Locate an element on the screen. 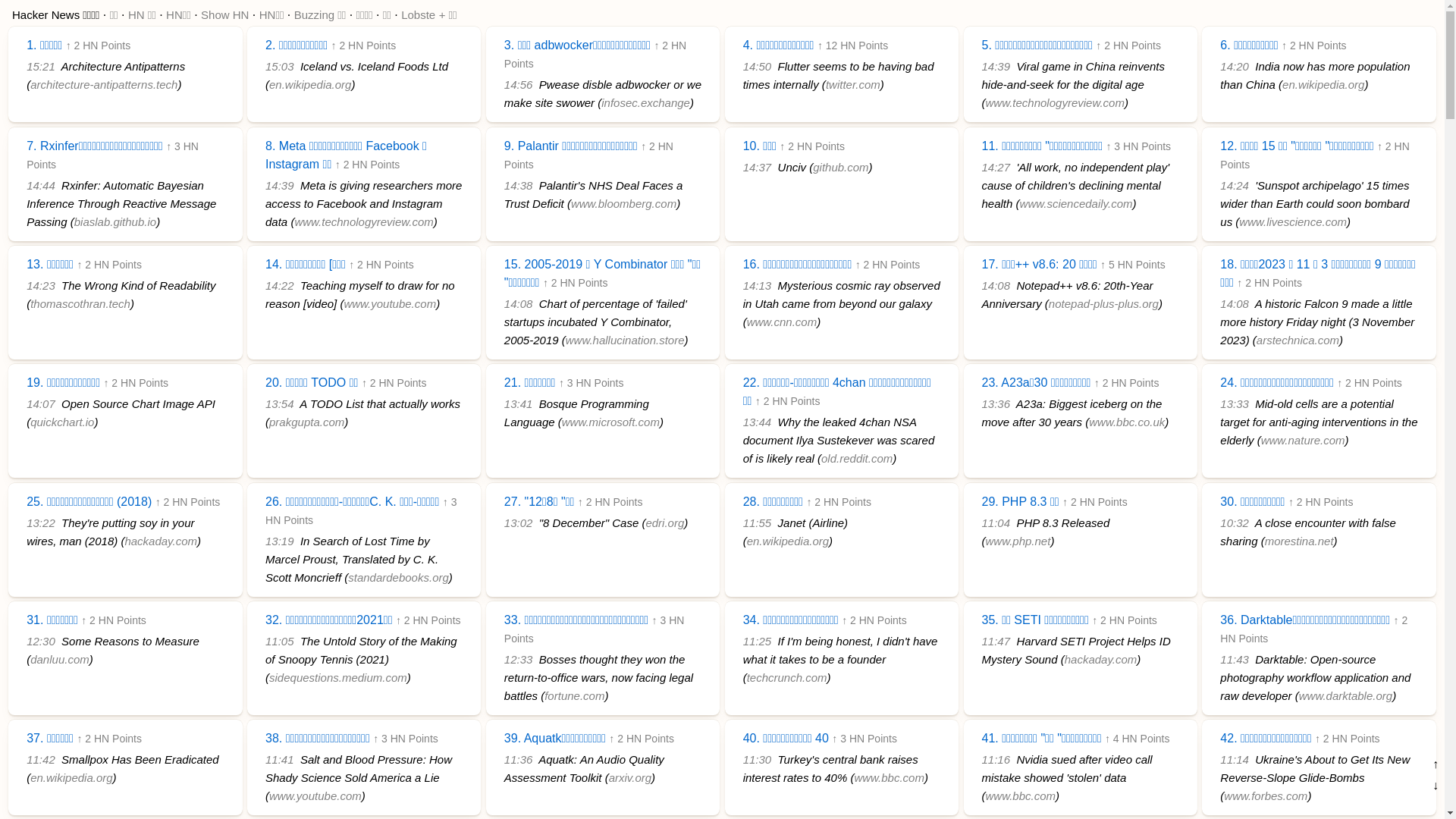 Image resolution: width=1456 pixels, height=819 pixels. 'www.forbes.com' is located at coordinates (1266, 795).